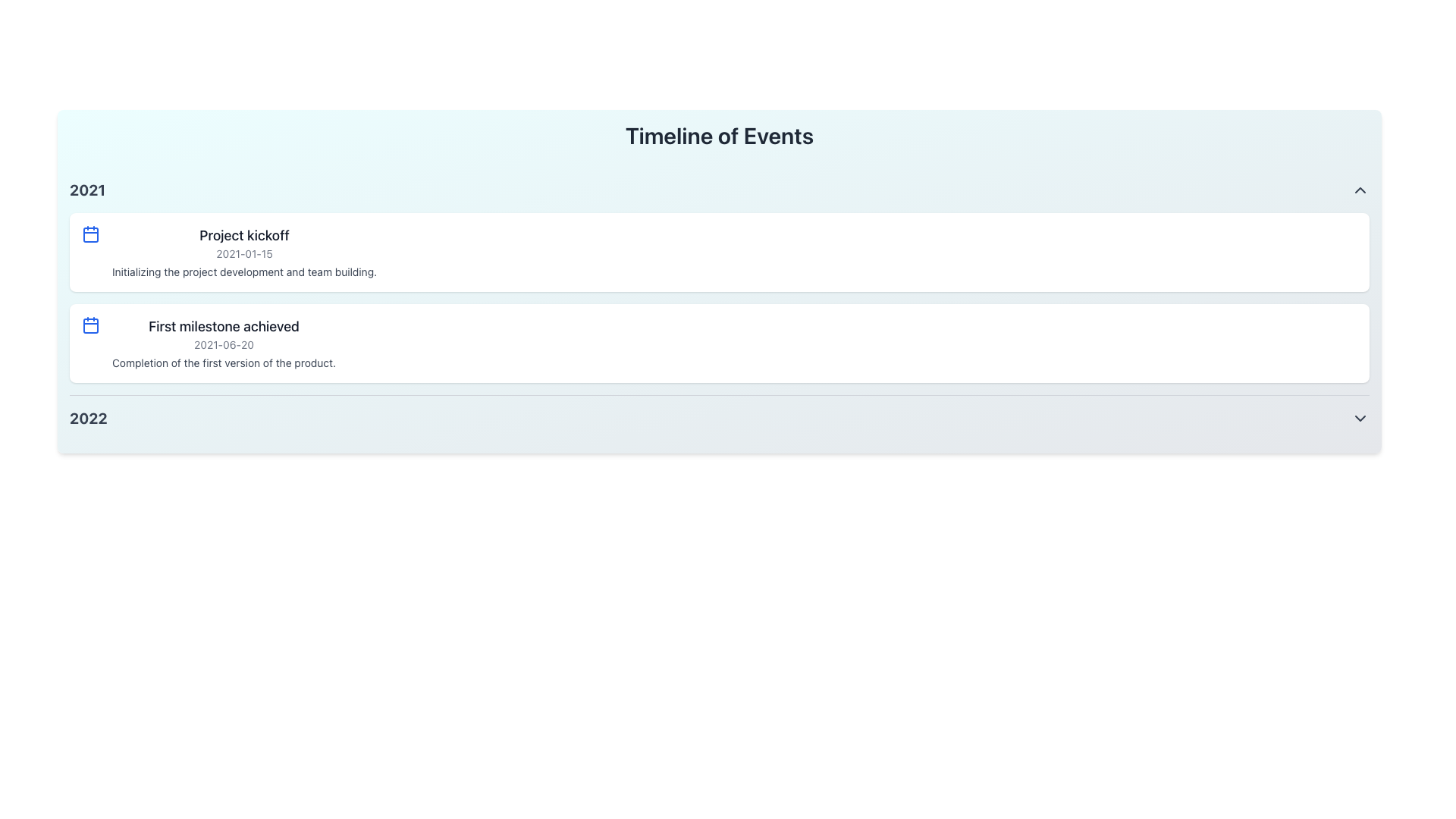 Image resolution: width=1456 pixels, height=819 pixels. Describe the element at coordinates (90, 234) in the screenshot. I see `the blue calendar icon located to the left of the 'Project kickoff' text` at that location.